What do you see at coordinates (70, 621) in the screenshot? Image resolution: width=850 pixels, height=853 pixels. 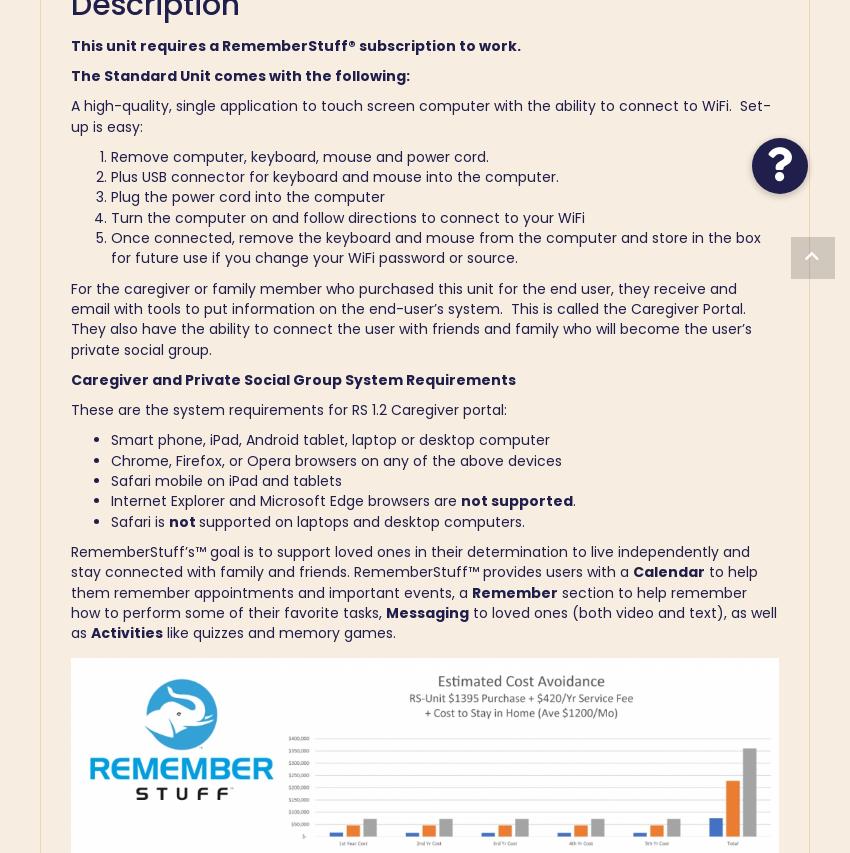 I see `'to loved ones (both video and text), as well as'` at bounding box center [70, 621].